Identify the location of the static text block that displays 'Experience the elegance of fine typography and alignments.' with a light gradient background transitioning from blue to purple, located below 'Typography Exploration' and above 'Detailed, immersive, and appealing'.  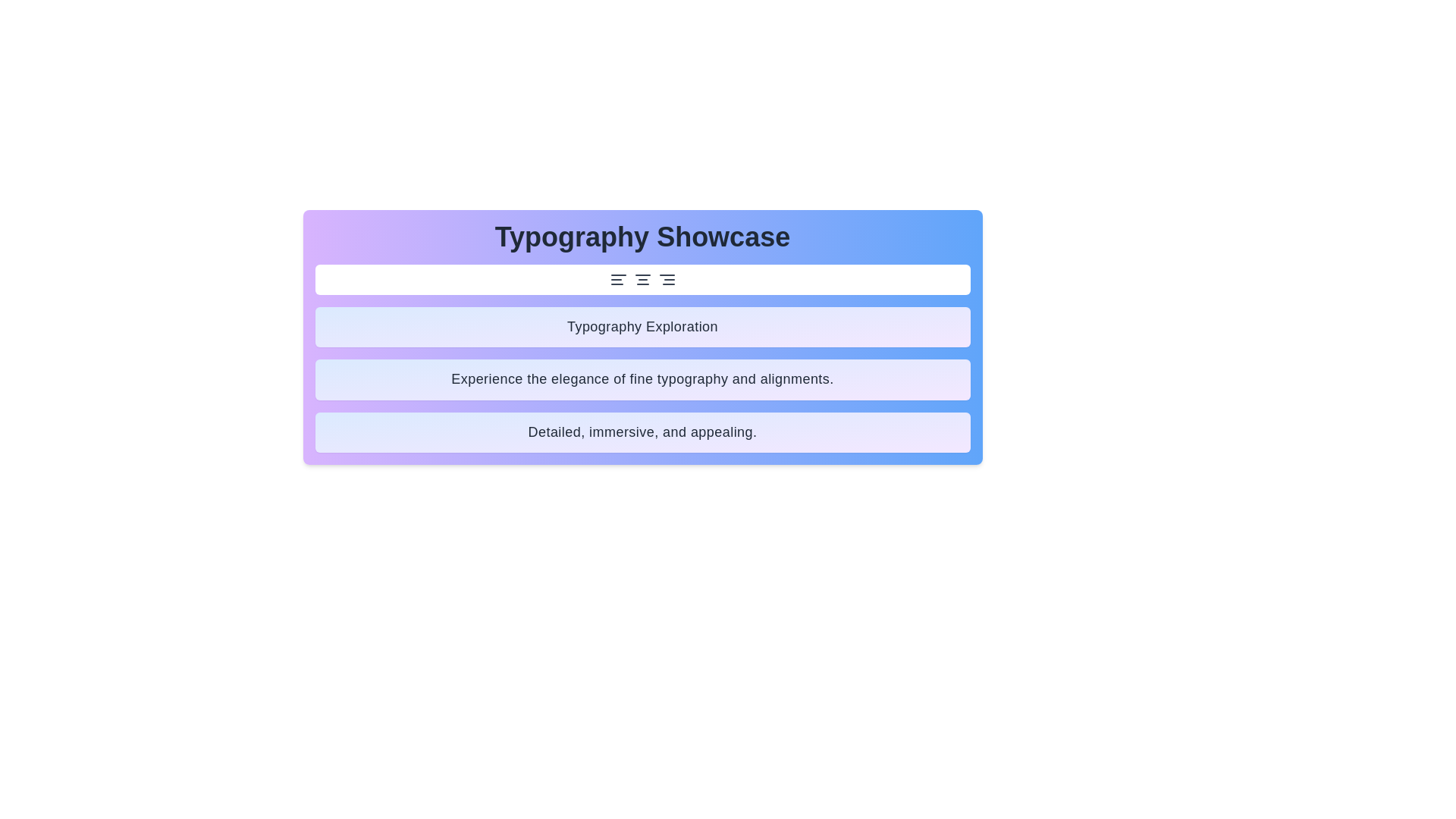
(642, 378).